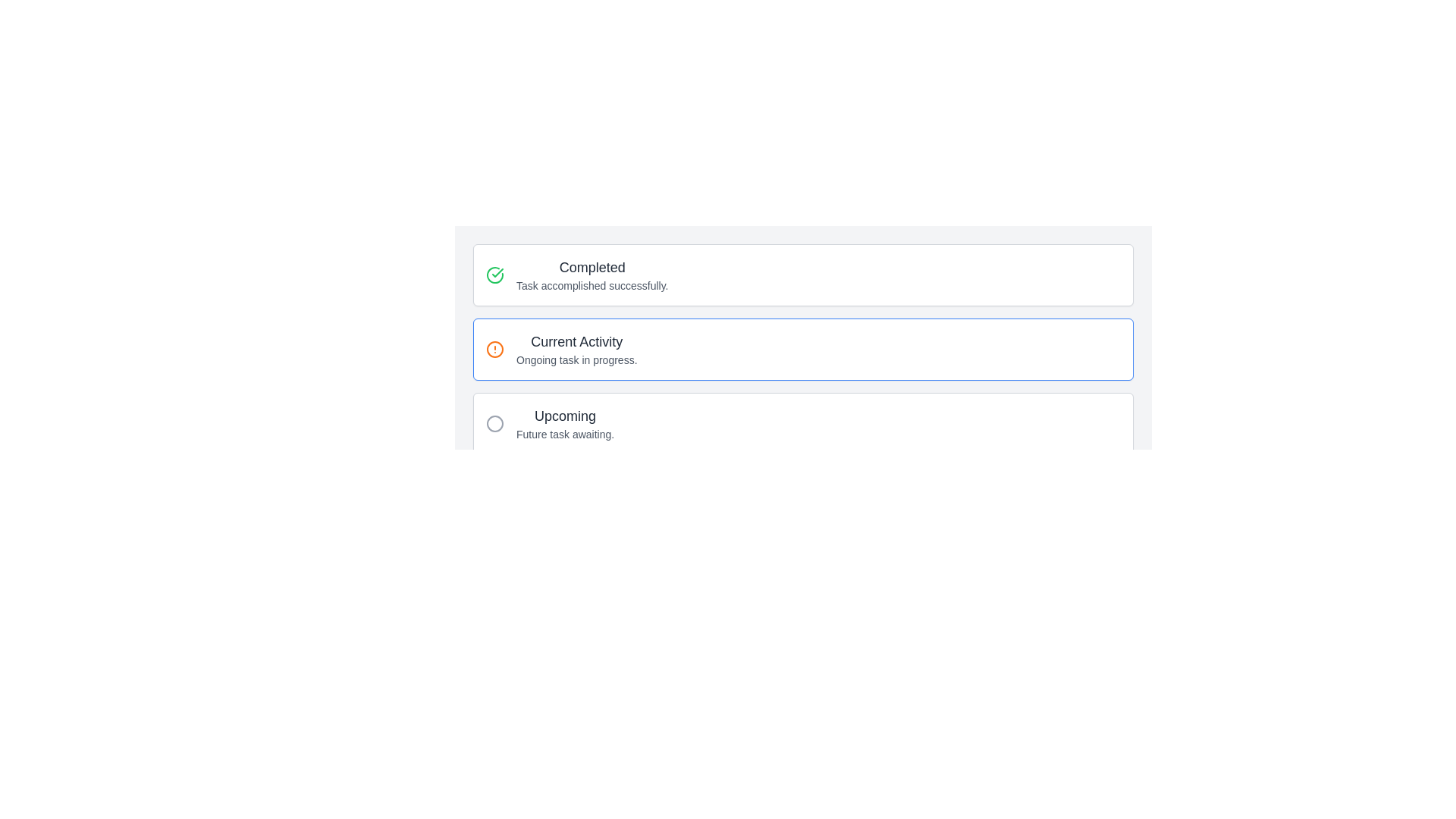 The width and height of the screenshot is (1456, 819). What do you see at coordinates (591, 267) in the screenshot?
I see `the text label displaying 'Completed' which is part of the UI section titled 'Task accomplished successfully.'` at bounding box center [591, 267].